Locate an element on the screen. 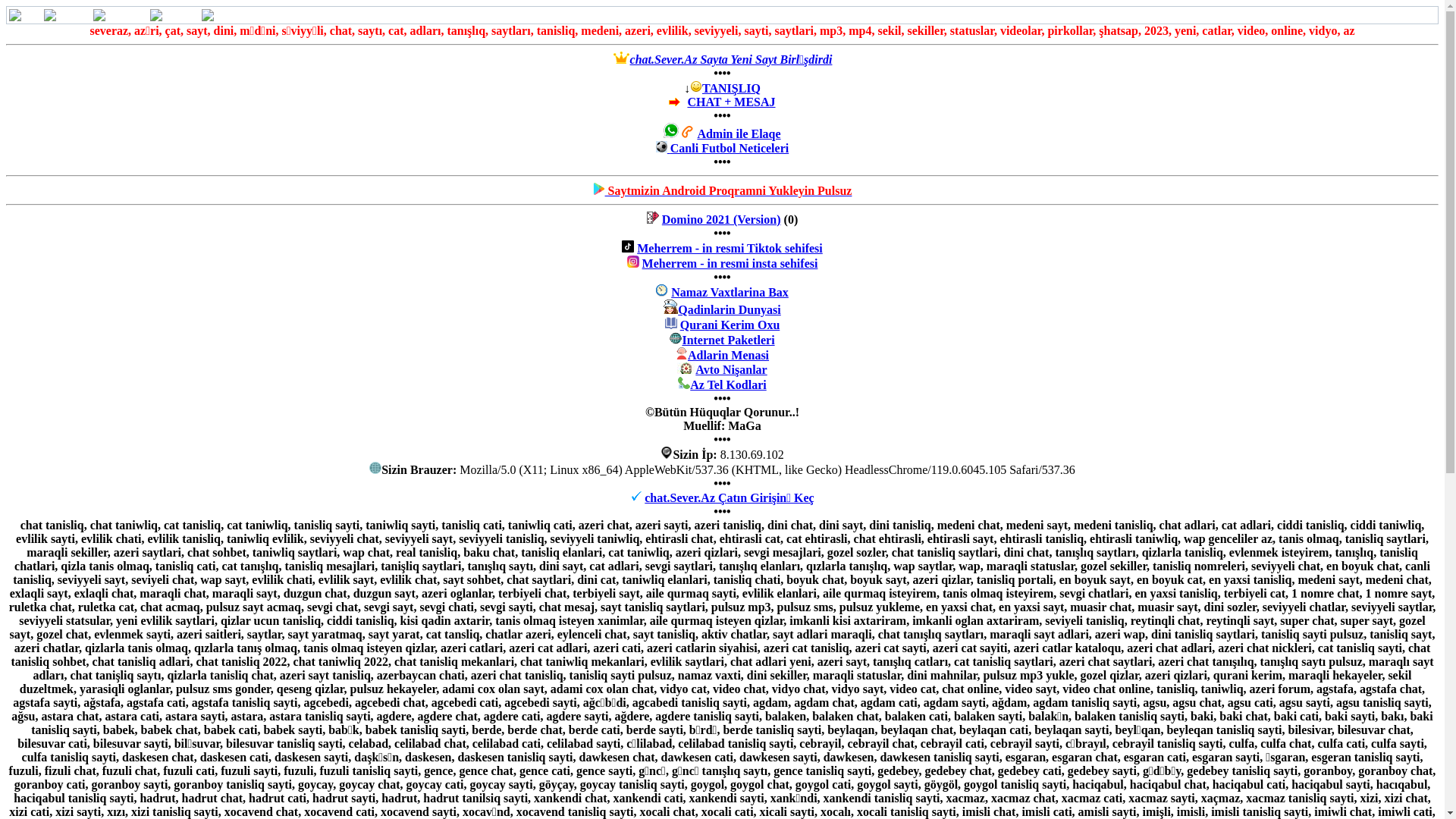 The width and height of the screenshot is (1456, 819). 'Meherrem - in resmi Tiktok sehifesi' is located at coordinates (730, 247).